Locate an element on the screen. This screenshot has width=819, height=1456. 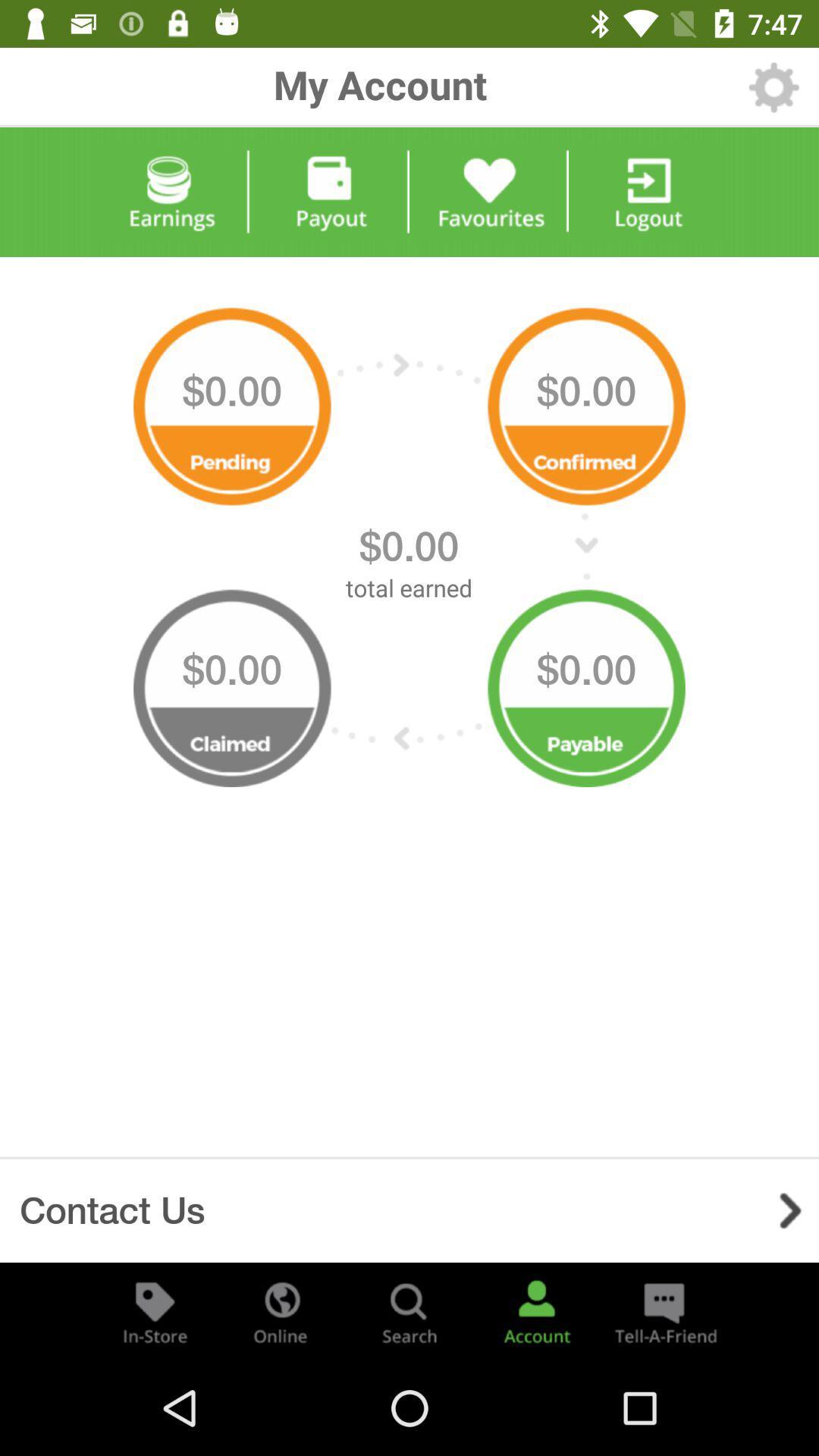
the search icon is located at coordinates (409, 1310).